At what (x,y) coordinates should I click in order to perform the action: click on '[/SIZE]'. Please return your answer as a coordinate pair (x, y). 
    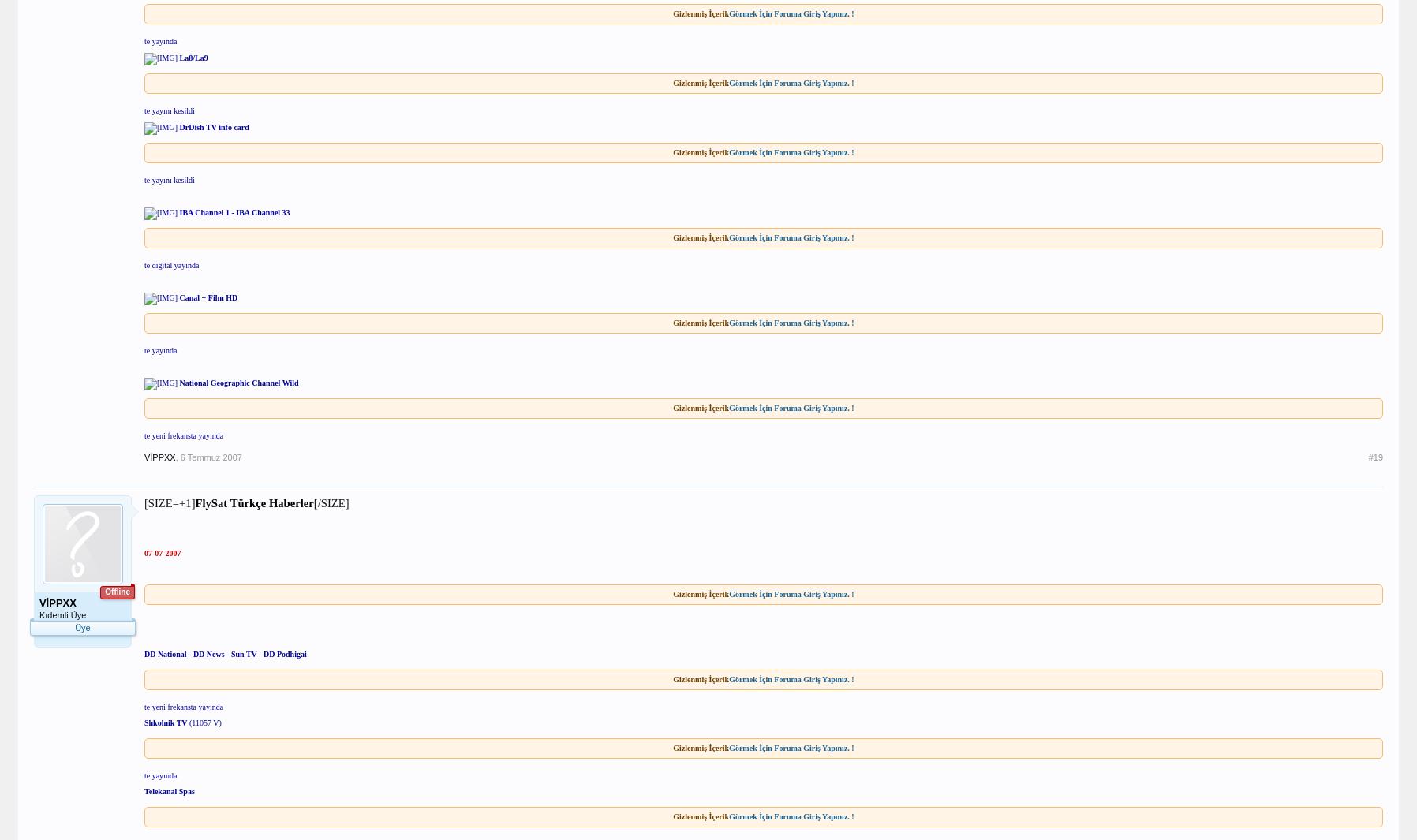
    Looking at the image, I should click on (331, 503).